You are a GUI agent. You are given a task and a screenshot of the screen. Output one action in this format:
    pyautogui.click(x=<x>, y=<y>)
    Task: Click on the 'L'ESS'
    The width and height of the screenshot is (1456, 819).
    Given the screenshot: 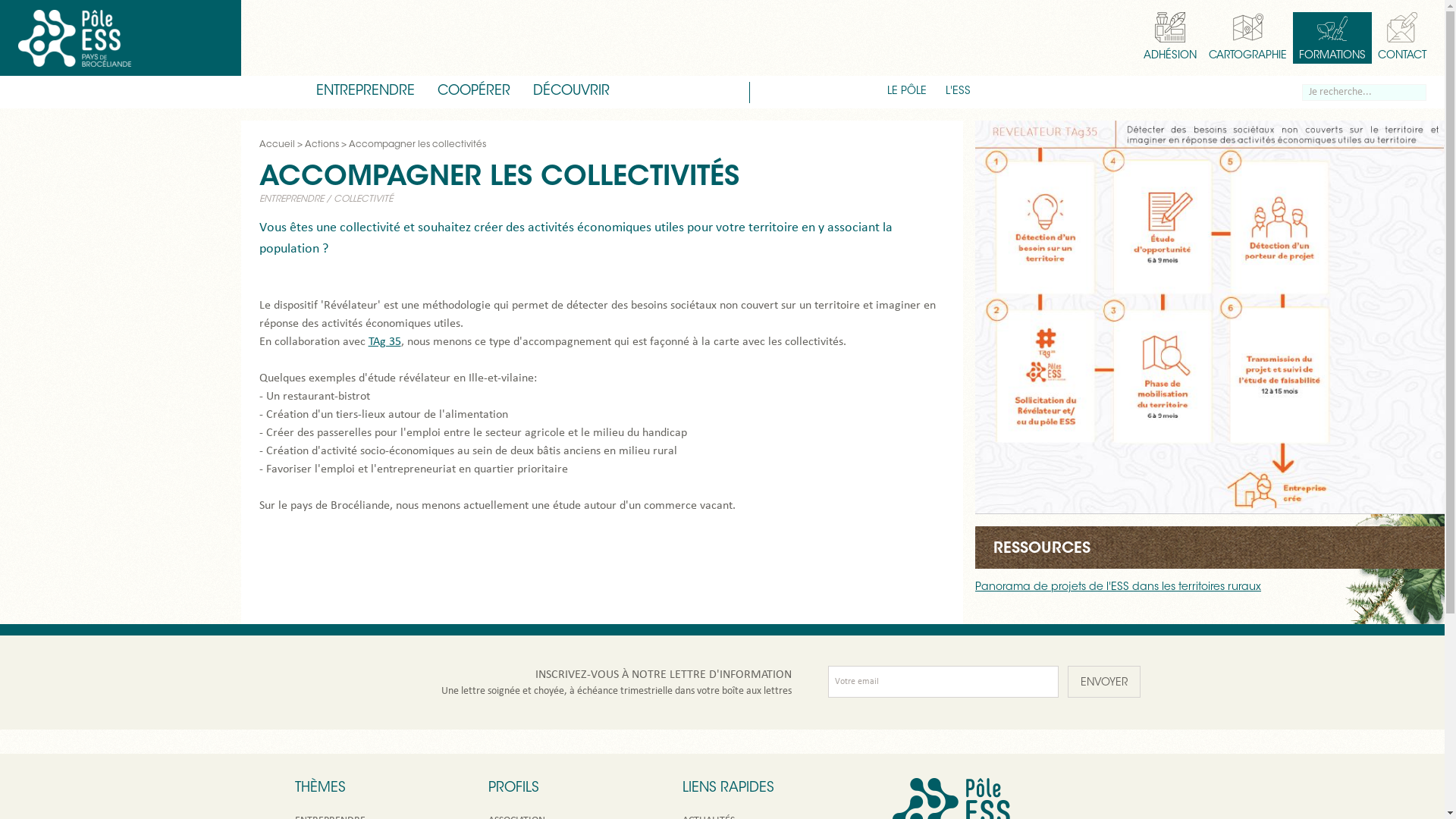 What is the action you would take?
    pyautogui.click(x=957, y=92)
    